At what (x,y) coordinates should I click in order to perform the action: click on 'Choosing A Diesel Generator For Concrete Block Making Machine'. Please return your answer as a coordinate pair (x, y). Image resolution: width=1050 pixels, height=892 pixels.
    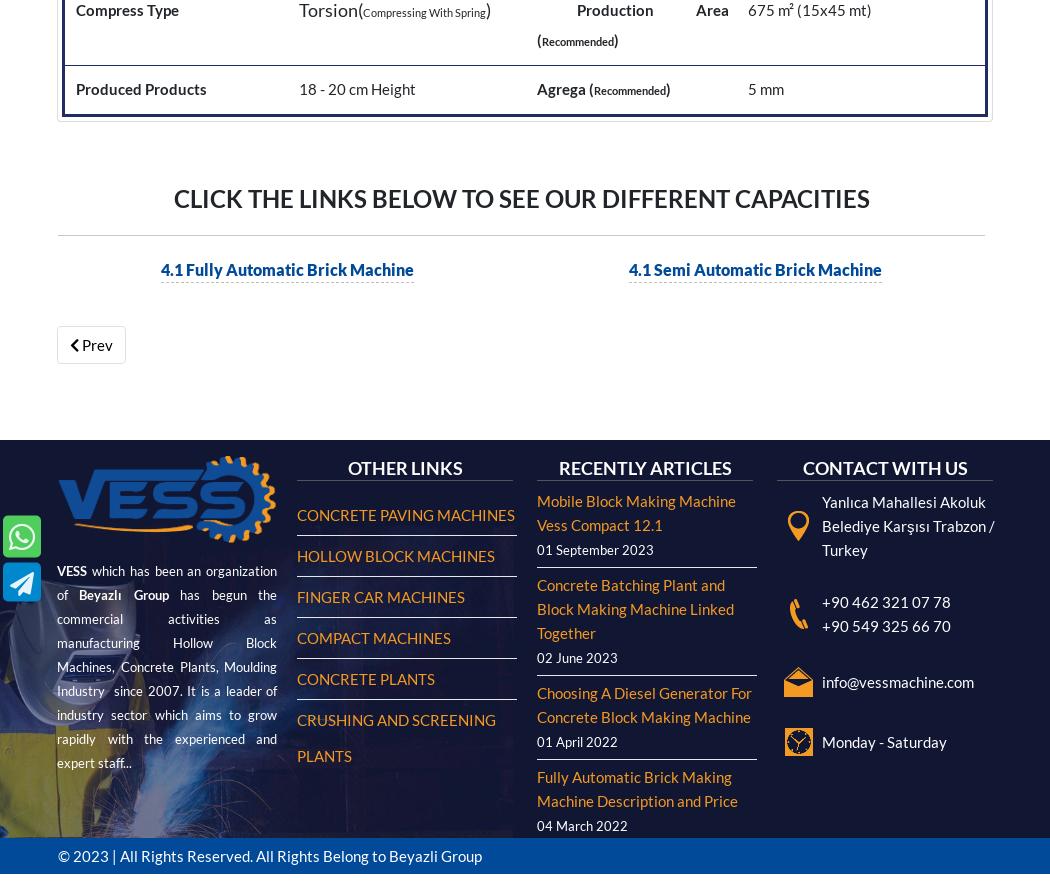
    Looking at the image, I should click on (536, 63).